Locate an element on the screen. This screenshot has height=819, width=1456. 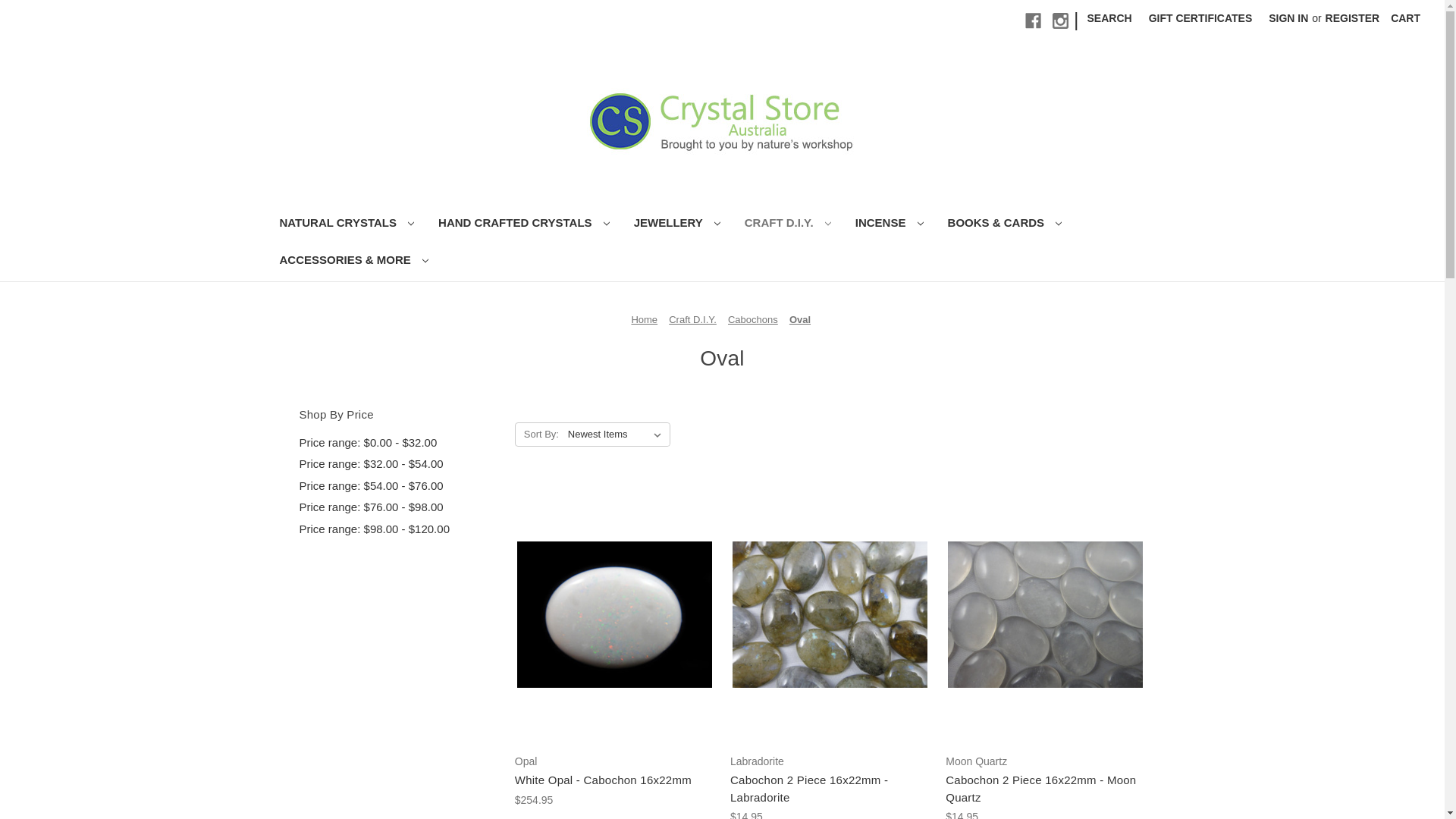
'White Opal - Cabochon 16x22mm' is located at coordinates (614, 780).